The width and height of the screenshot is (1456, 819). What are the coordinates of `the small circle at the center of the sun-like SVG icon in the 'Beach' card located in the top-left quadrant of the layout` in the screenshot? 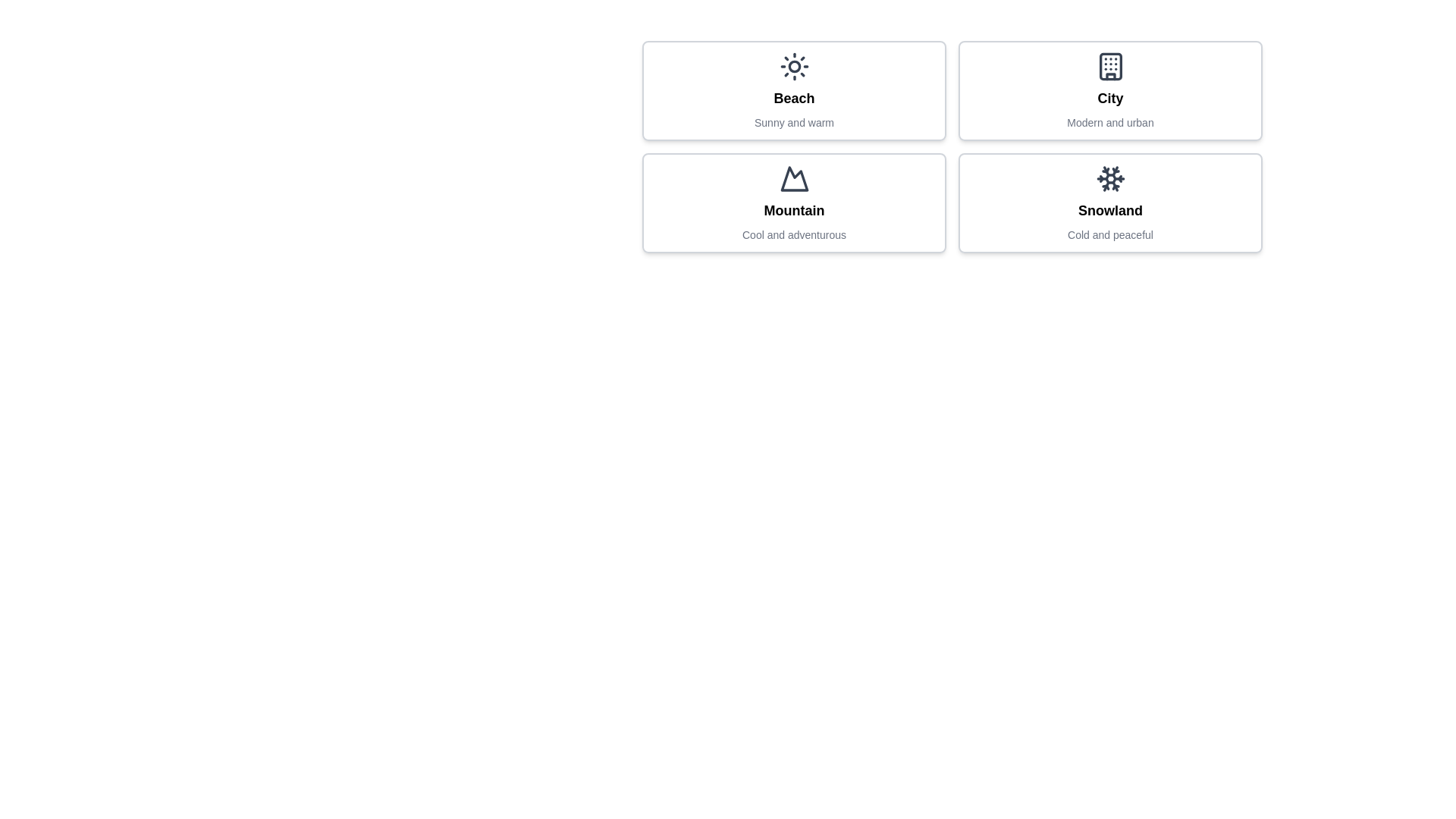 It's located at (793, 66).